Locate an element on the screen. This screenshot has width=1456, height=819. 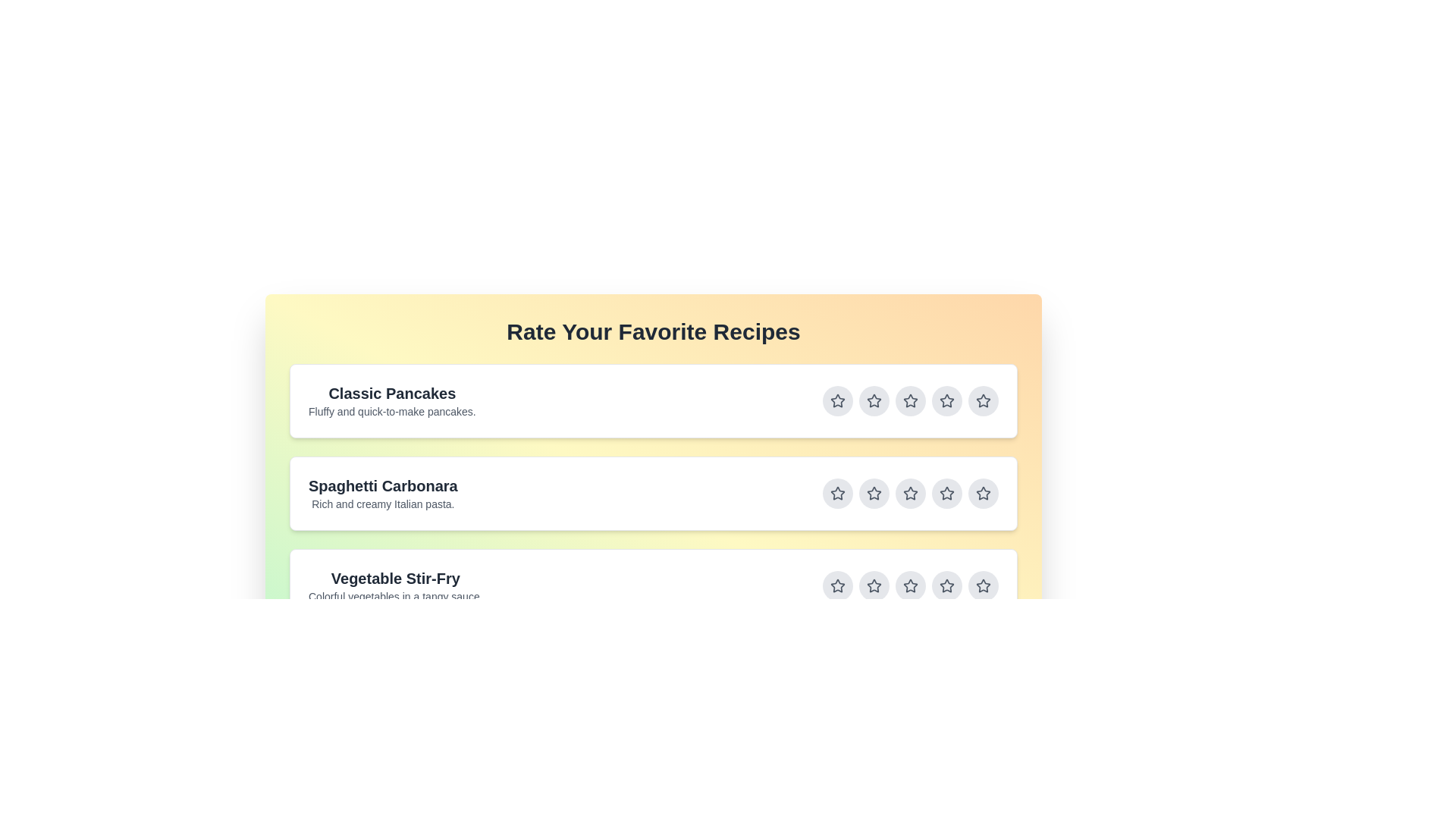
the star button for rating 3 of the recipe Spaghetti Carbonara is located at coordinates (910, 494).